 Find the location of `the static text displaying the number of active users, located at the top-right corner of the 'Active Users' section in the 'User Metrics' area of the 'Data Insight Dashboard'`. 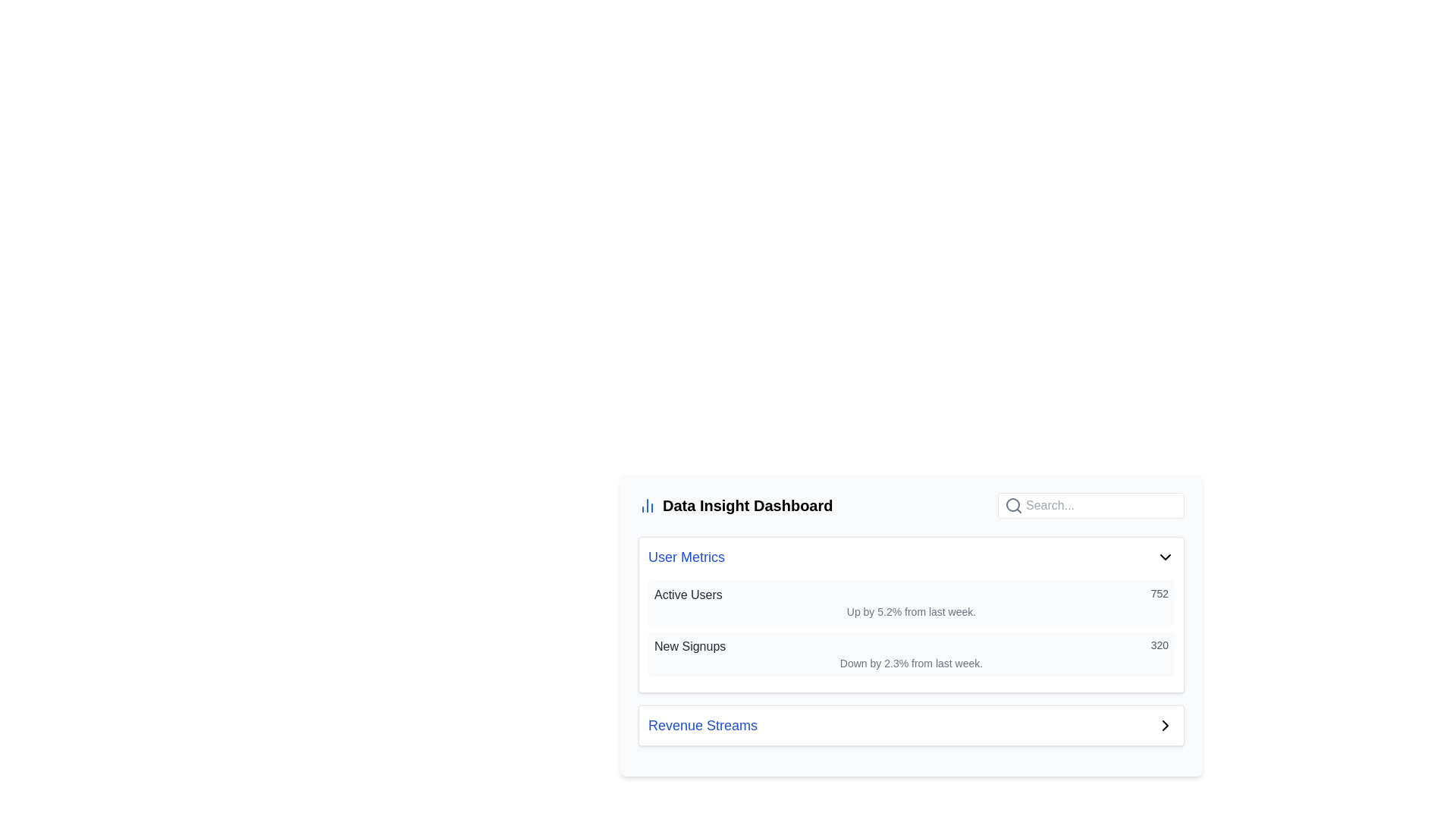

the static text displaying the number of active users, located at the top-right corner of the 'Active Users' section in the 'User Metrics' area of the 'Data Insight Dashboard' is located at coordinates (1159, 595).